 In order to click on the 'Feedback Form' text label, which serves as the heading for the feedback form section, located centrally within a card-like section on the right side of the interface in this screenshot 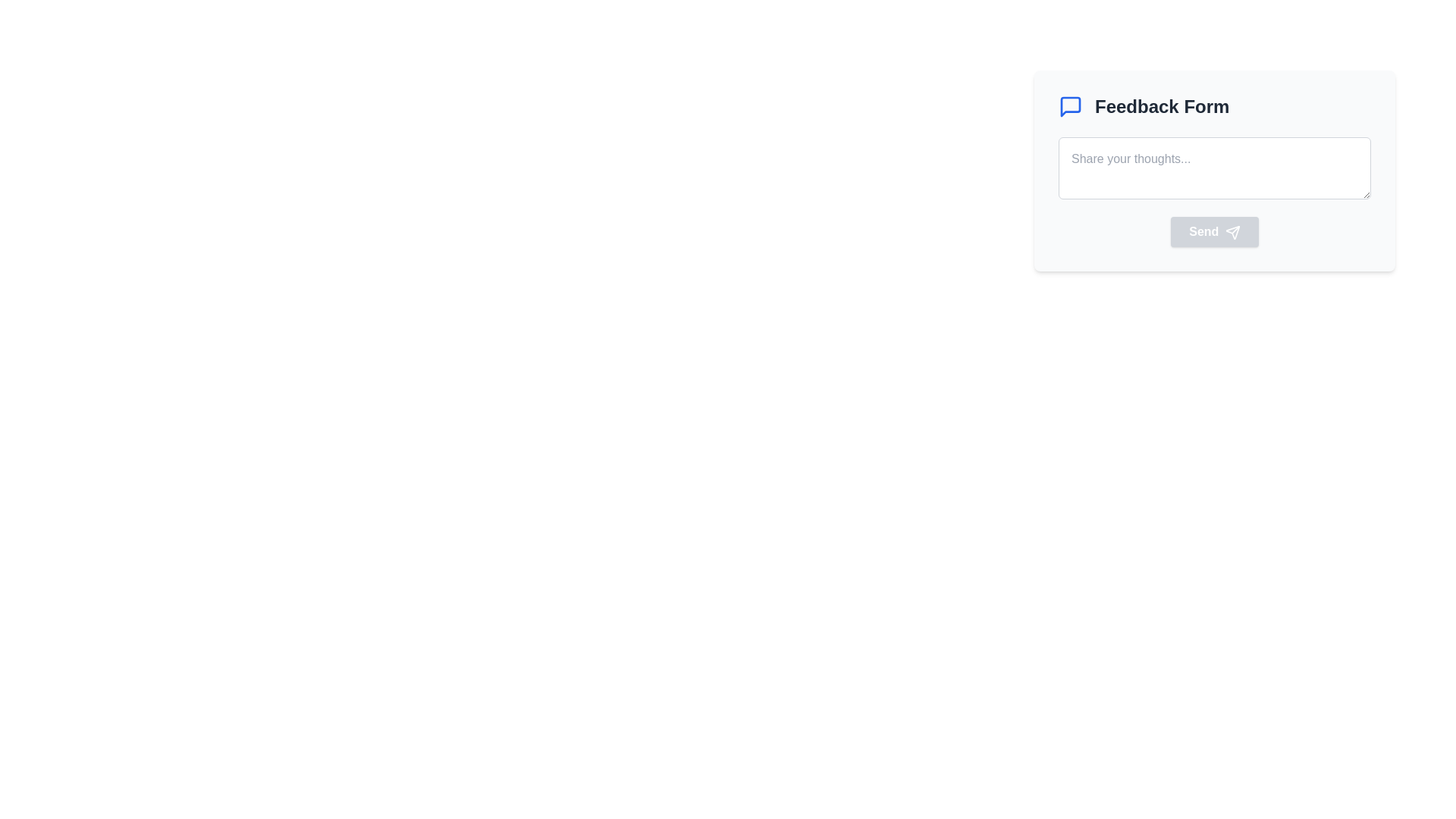, I will do `click(1161, 106)`.